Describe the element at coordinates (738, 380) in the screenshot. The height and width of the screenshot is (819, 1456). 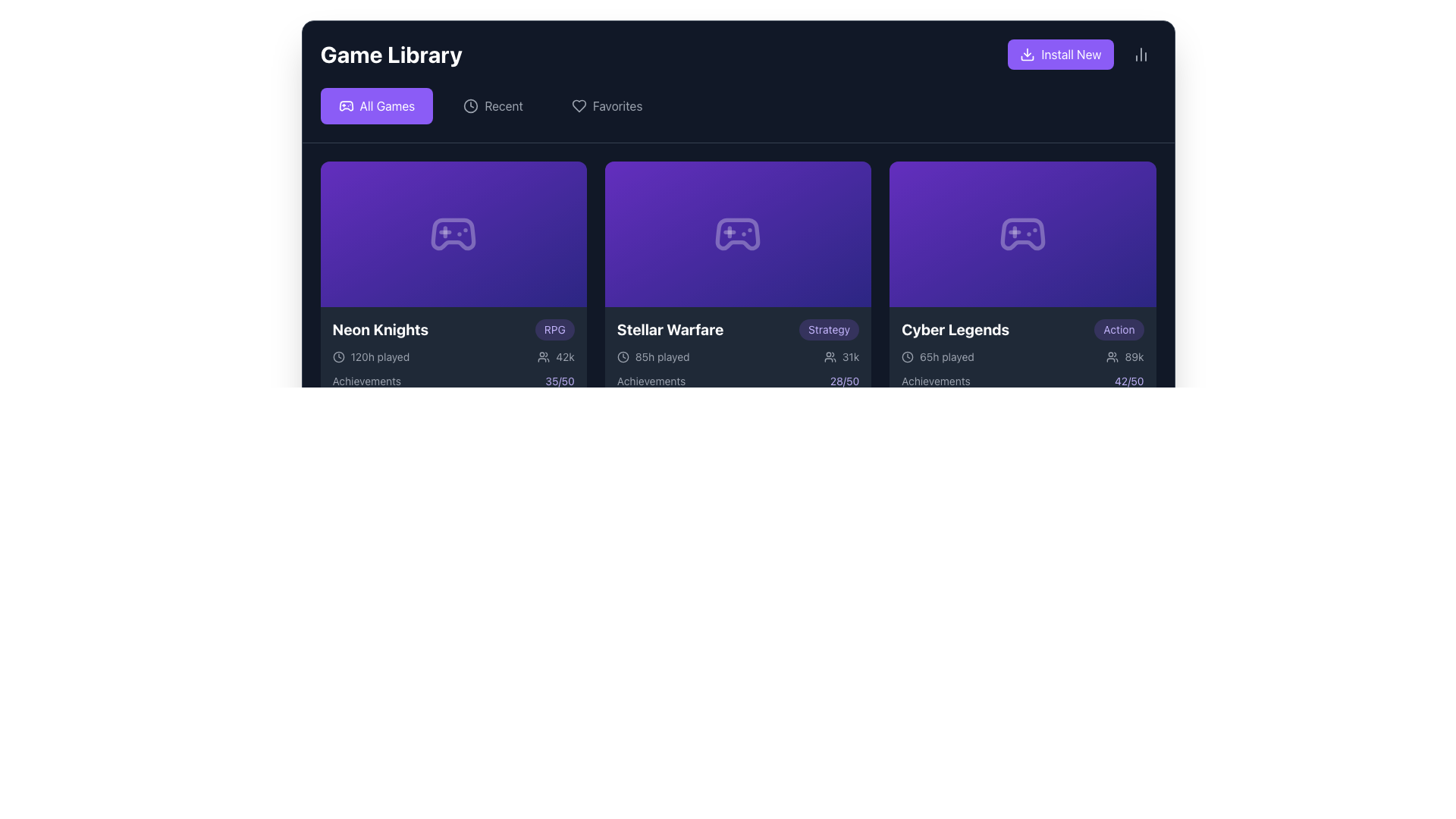
I see `the text display with progress information labeled 'Achievements' that shows the current progress '28/50' in the lower part of the middle card of three cards` at that location.